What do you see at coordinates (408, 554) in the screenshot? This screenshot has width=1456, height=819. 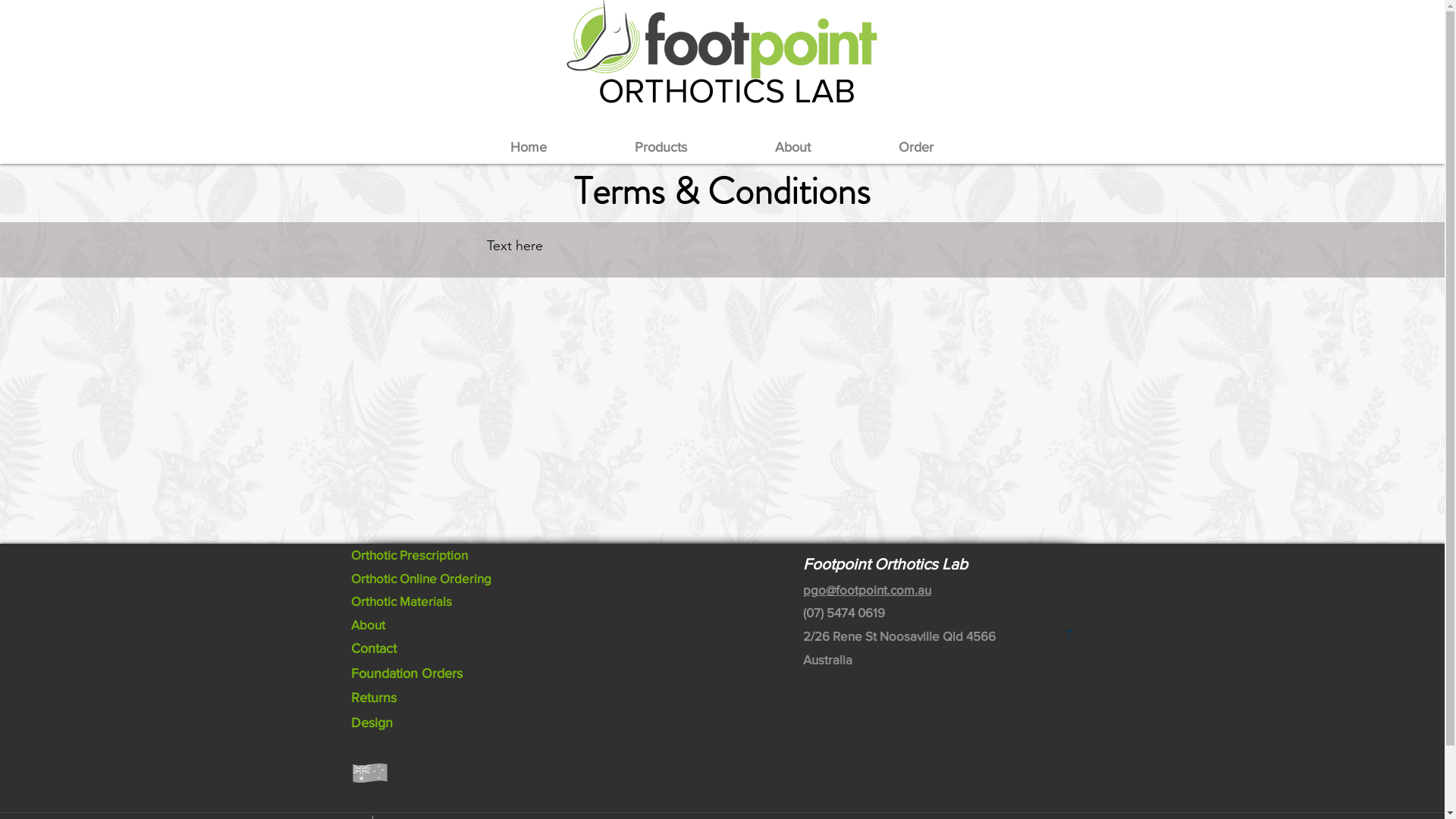 I see `'Orthotic Prescription'` at bounding box center [408, 554].